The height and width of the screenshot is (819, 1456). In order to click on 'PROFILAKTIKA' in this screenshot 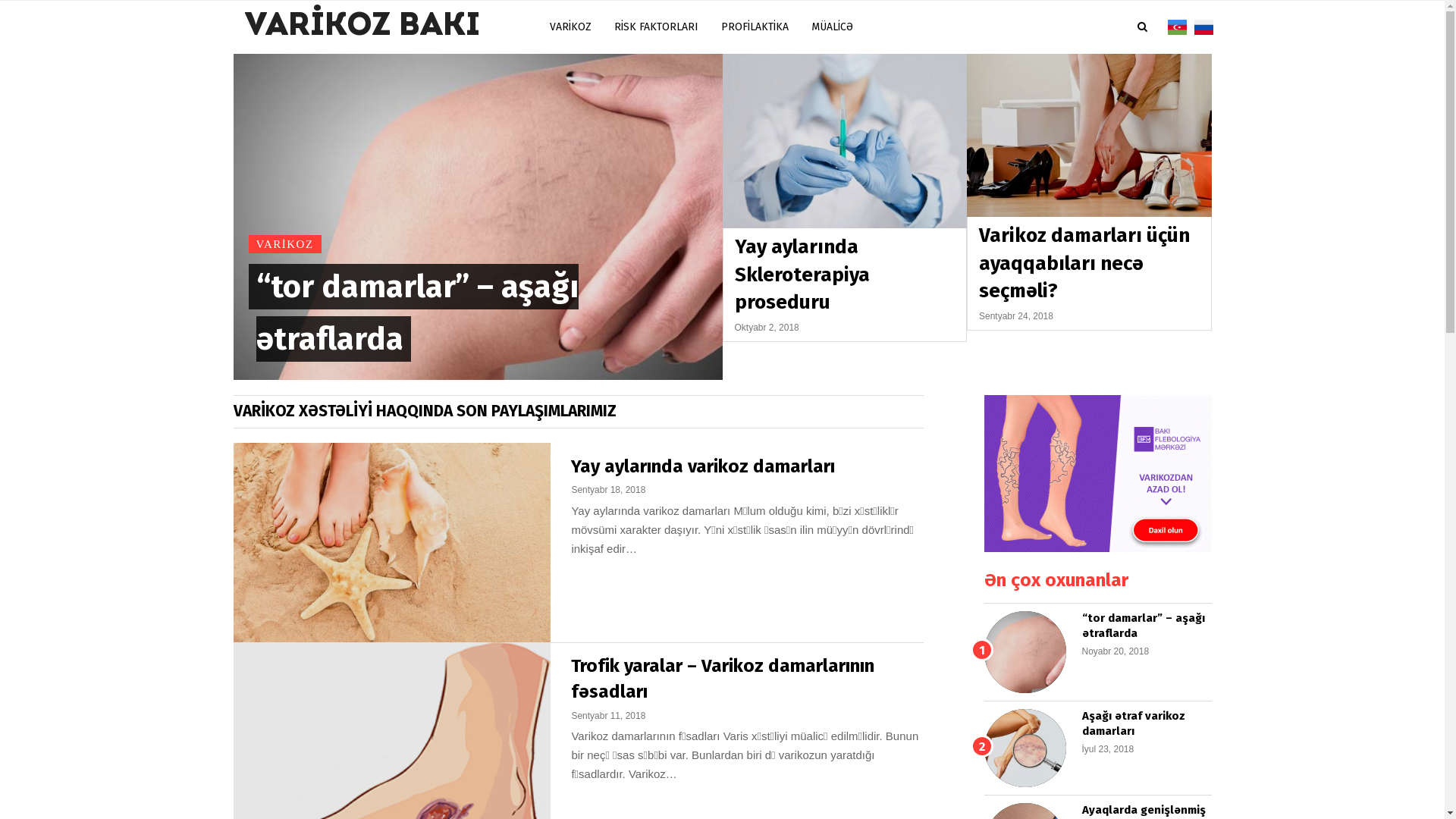, I will do `click(709, 27)`.